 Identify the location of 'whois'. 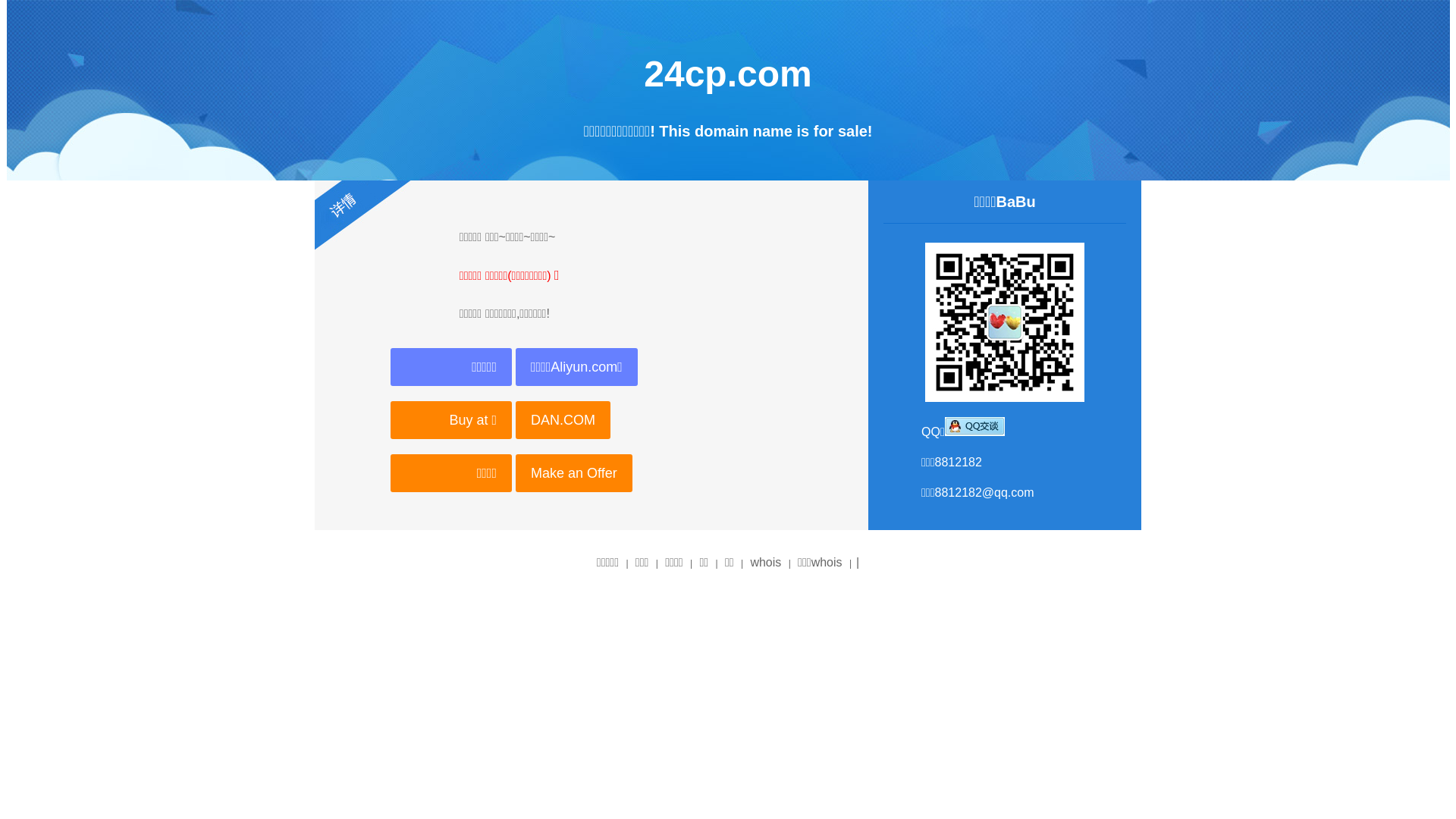
(765, 562).